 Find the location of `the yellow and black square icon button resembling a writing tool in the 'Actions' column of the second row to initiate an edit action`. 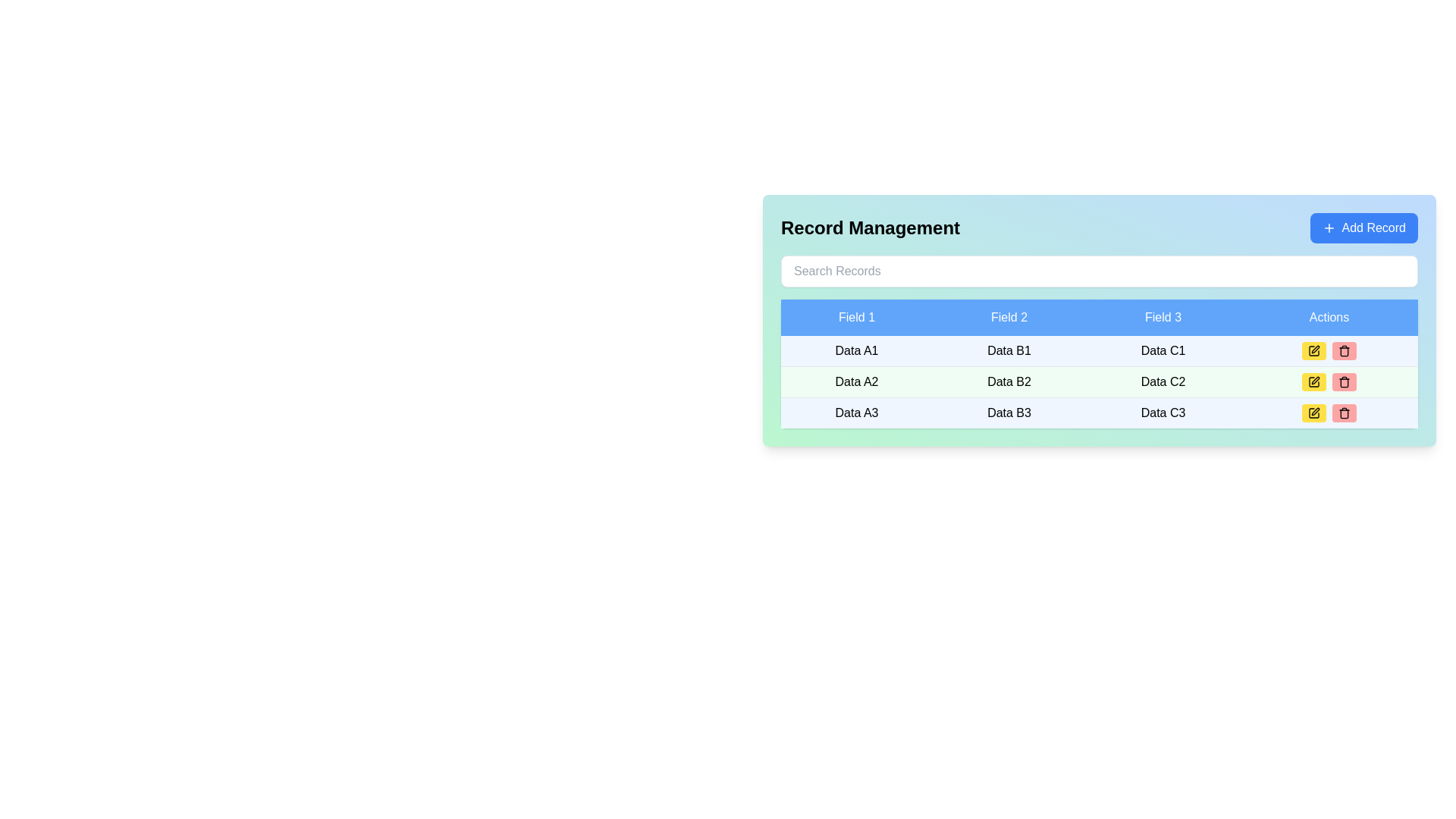

the yellow and black square icon button resembling a writing tool in the 'Actions' column of the second row to initiate an edit action is located at coordinates (1313, 381).